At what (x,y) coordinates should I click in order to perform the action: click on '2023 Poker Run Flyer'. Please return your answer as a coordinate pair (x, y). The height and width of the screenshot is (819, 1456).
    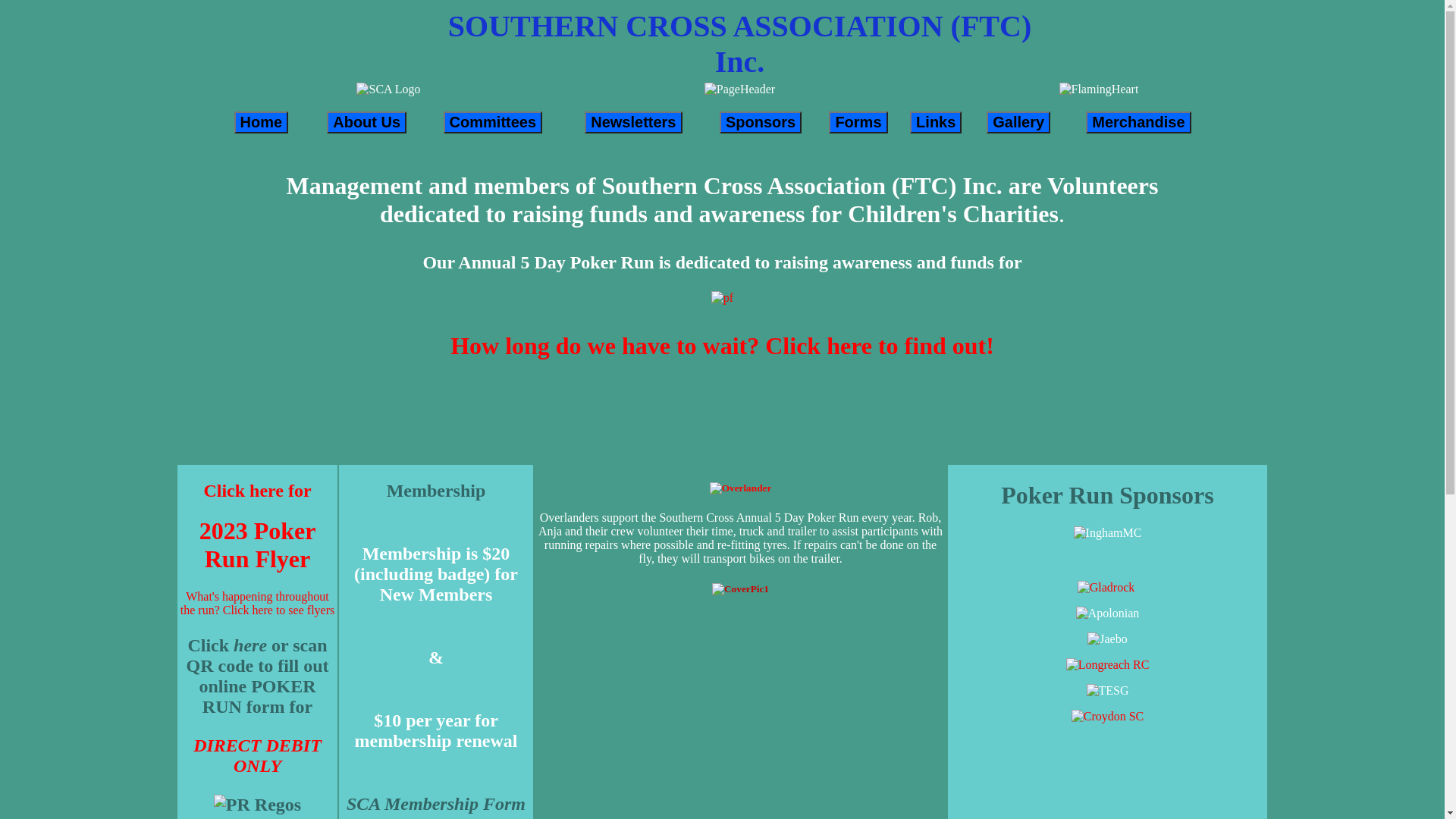
    Looking at the image, I should click on (258, 544).